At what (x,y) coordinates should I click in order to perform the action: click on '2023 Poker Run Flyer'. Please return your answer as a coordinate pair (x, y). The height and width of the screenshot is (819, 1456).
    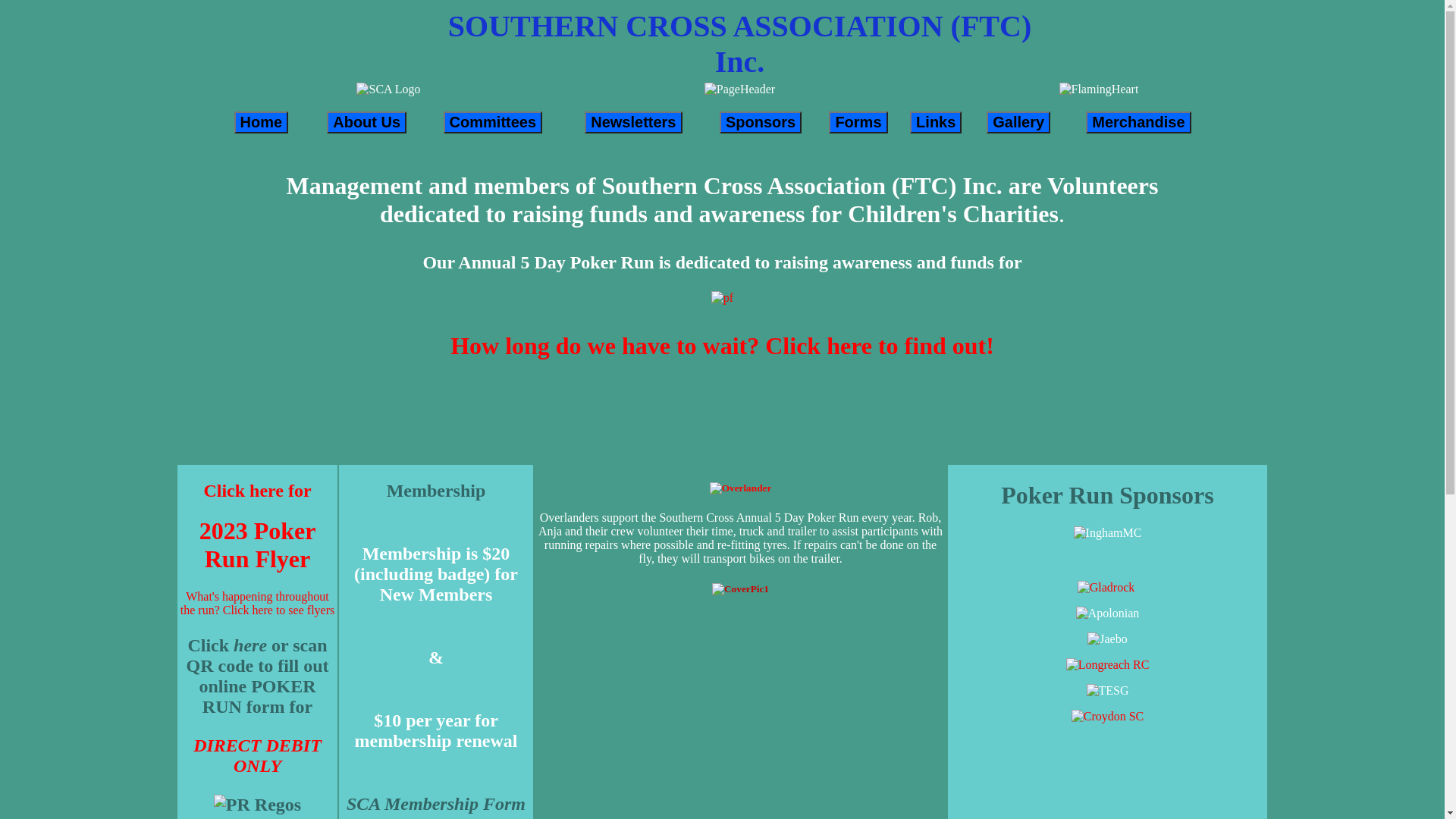
    Looking at the image, I should click on (258, 544).